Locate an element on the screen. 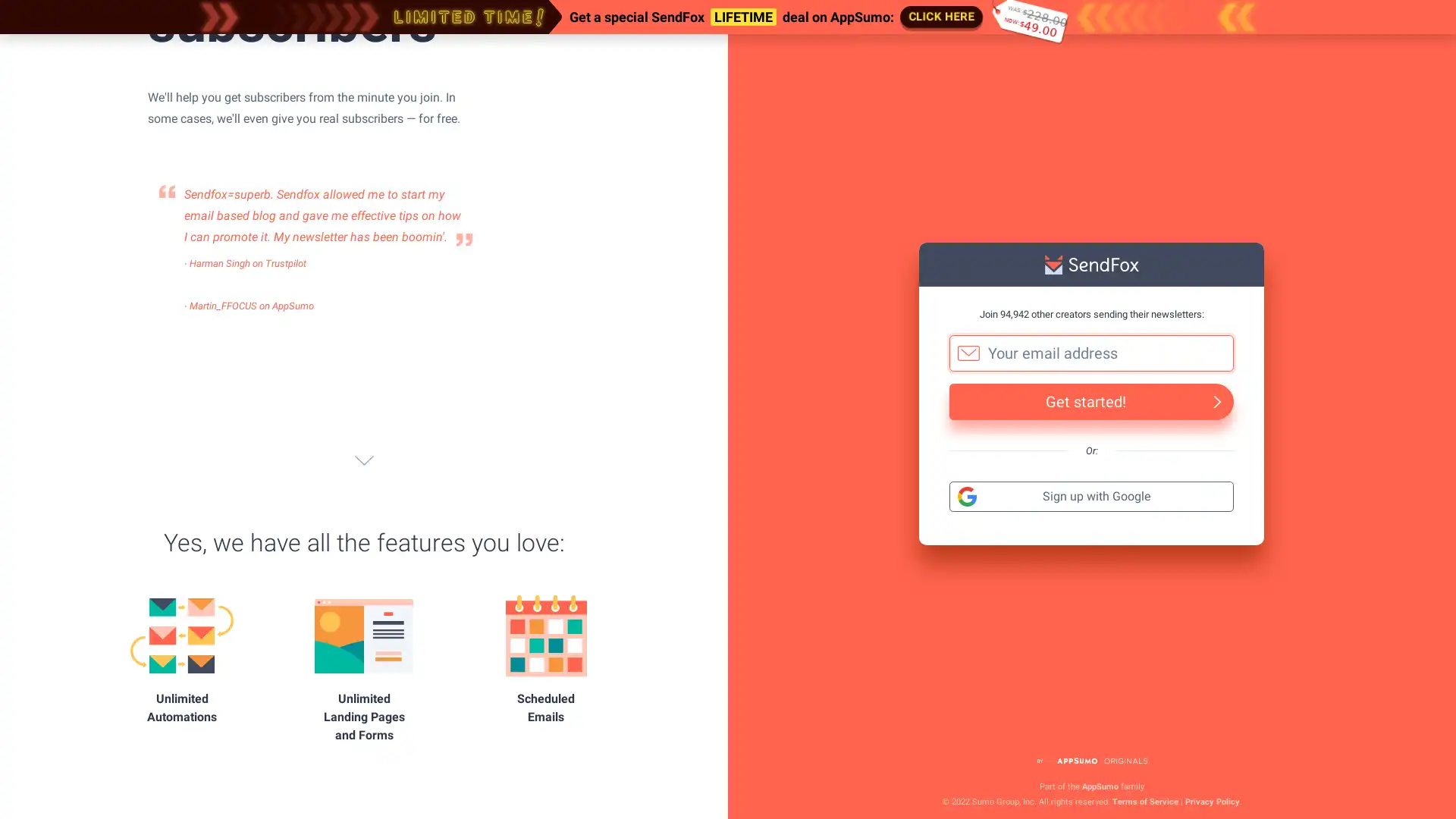 This screenshot has height=819, width=1456. Get started! is located at coordinates (1090, 400).